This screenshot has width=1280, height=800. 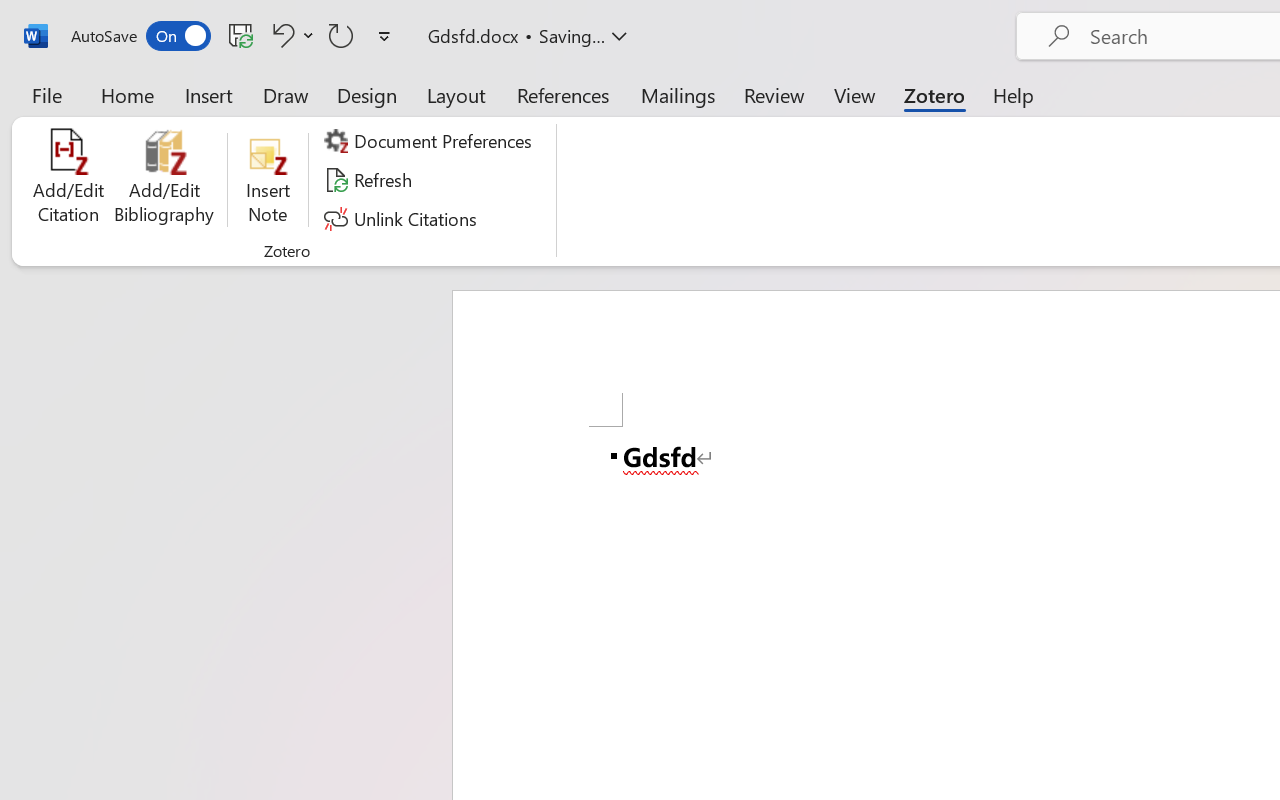 I want to click on 'Document Preferences', so click(x=430, y=141).